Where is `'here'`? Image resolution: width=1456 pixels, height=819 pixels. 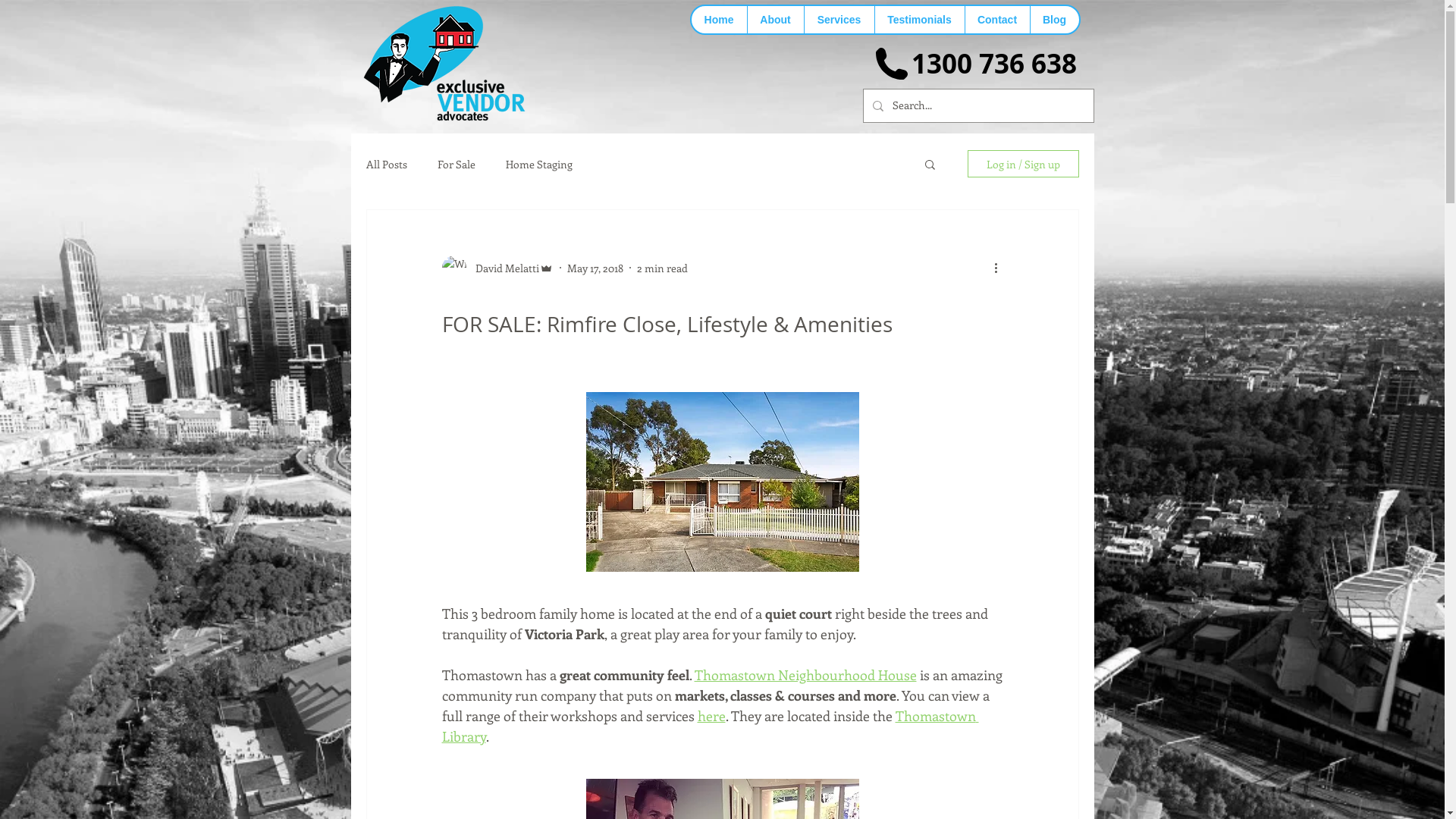
'here' is located at coordinates (711, 716).